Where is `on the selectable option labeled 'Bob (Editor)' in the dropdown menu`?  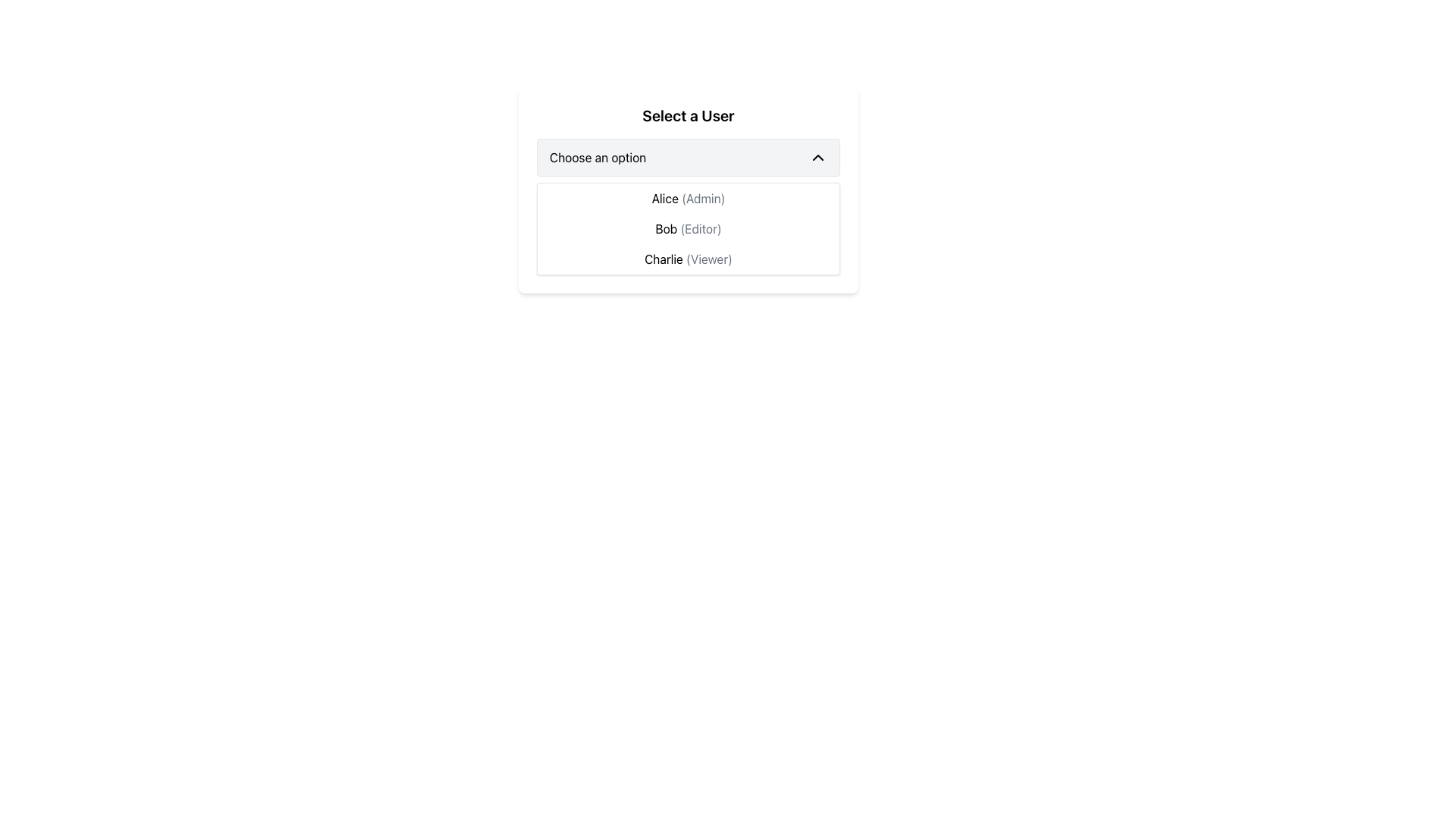
on the selectable option labeled 'Bob (Editor)' in the dropdown menu is located at coordinates (687, 228).